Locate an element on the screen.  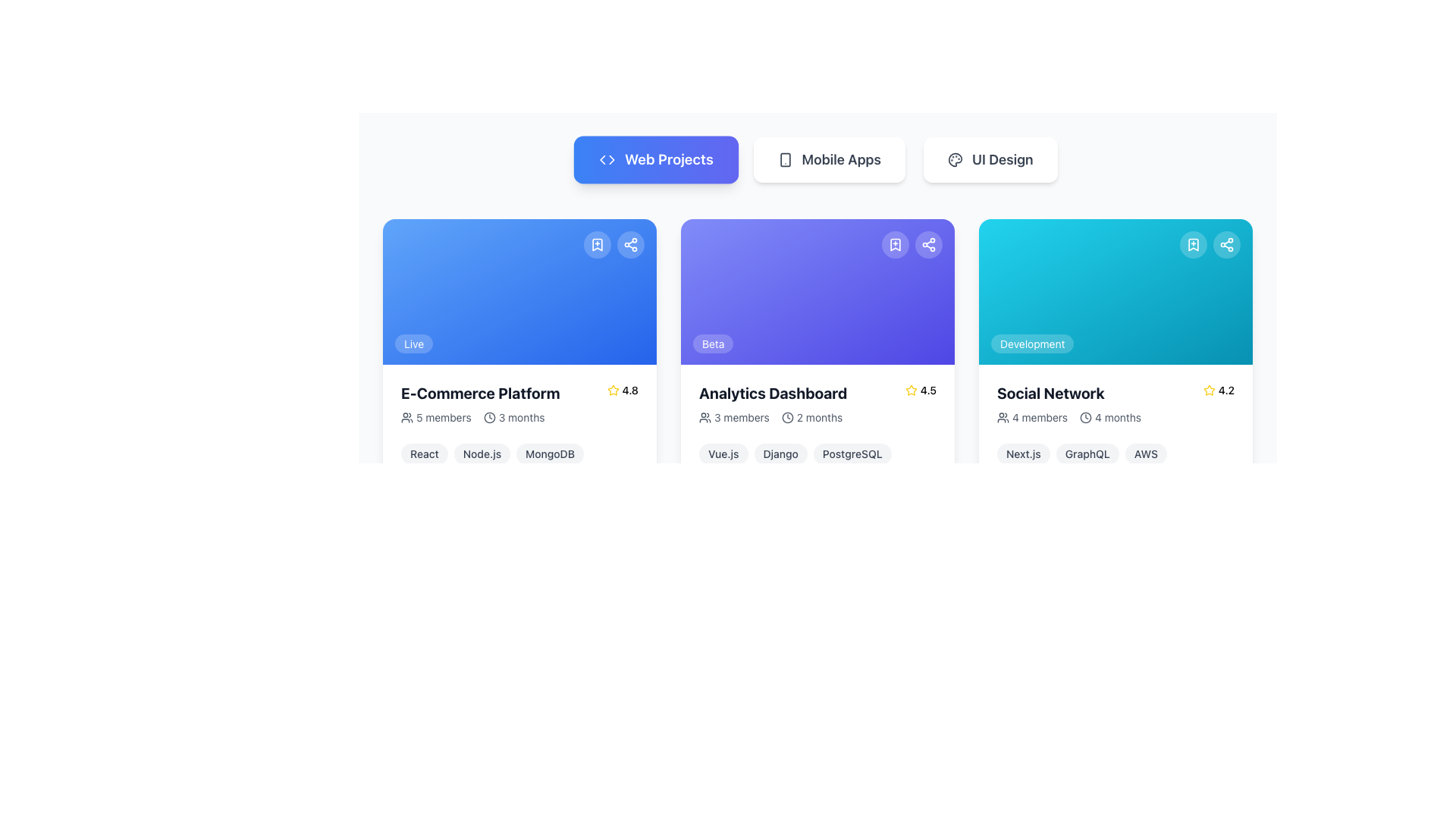
the time icon located in the 'Analytics Dashboard' card, near the text '2 months' is located at coordinates (787, 418).